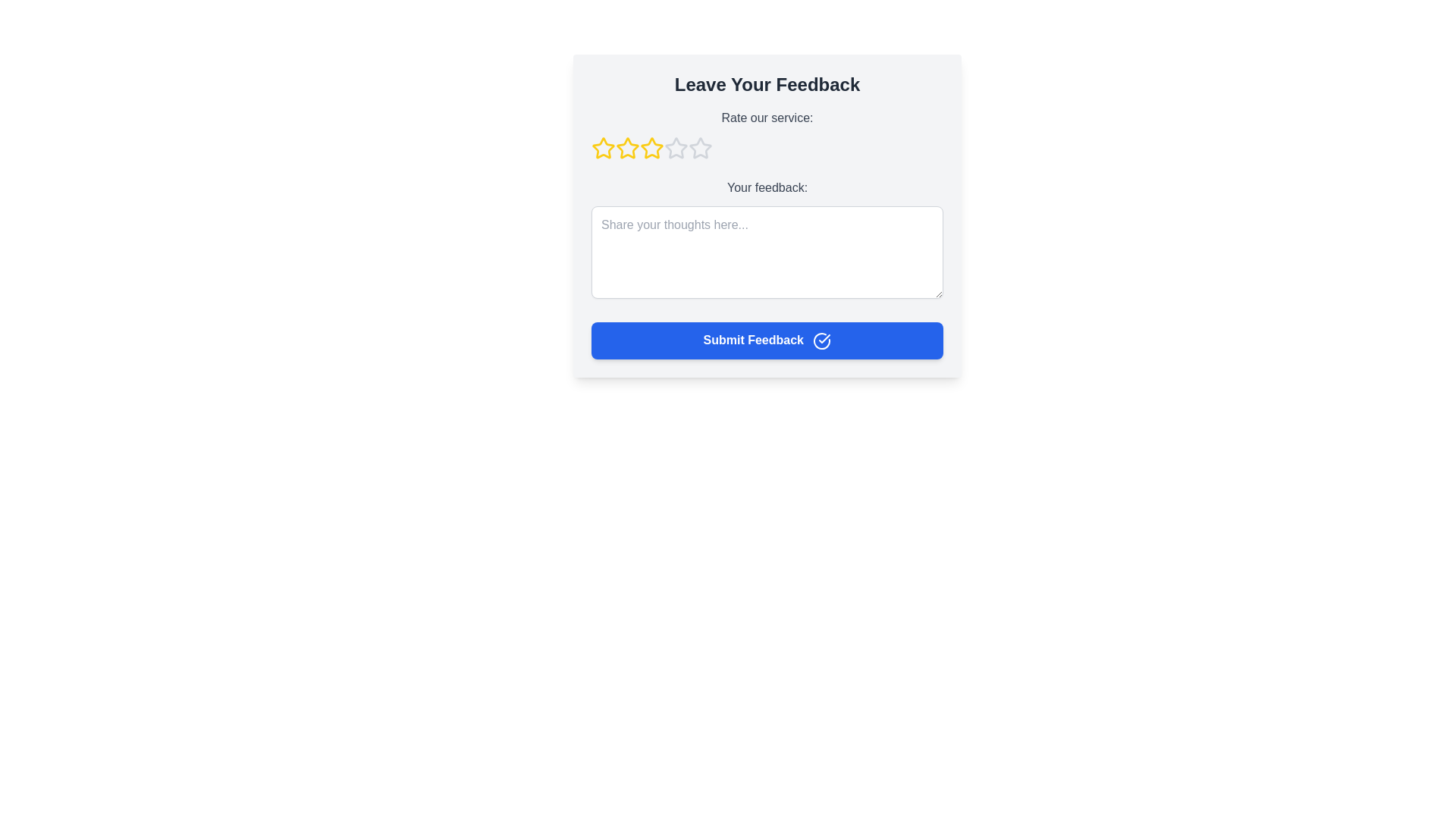 This screenshot has width=1456, height=819. I want to click on the third rating star in the horizontal set of five stars, so click(651, 148).